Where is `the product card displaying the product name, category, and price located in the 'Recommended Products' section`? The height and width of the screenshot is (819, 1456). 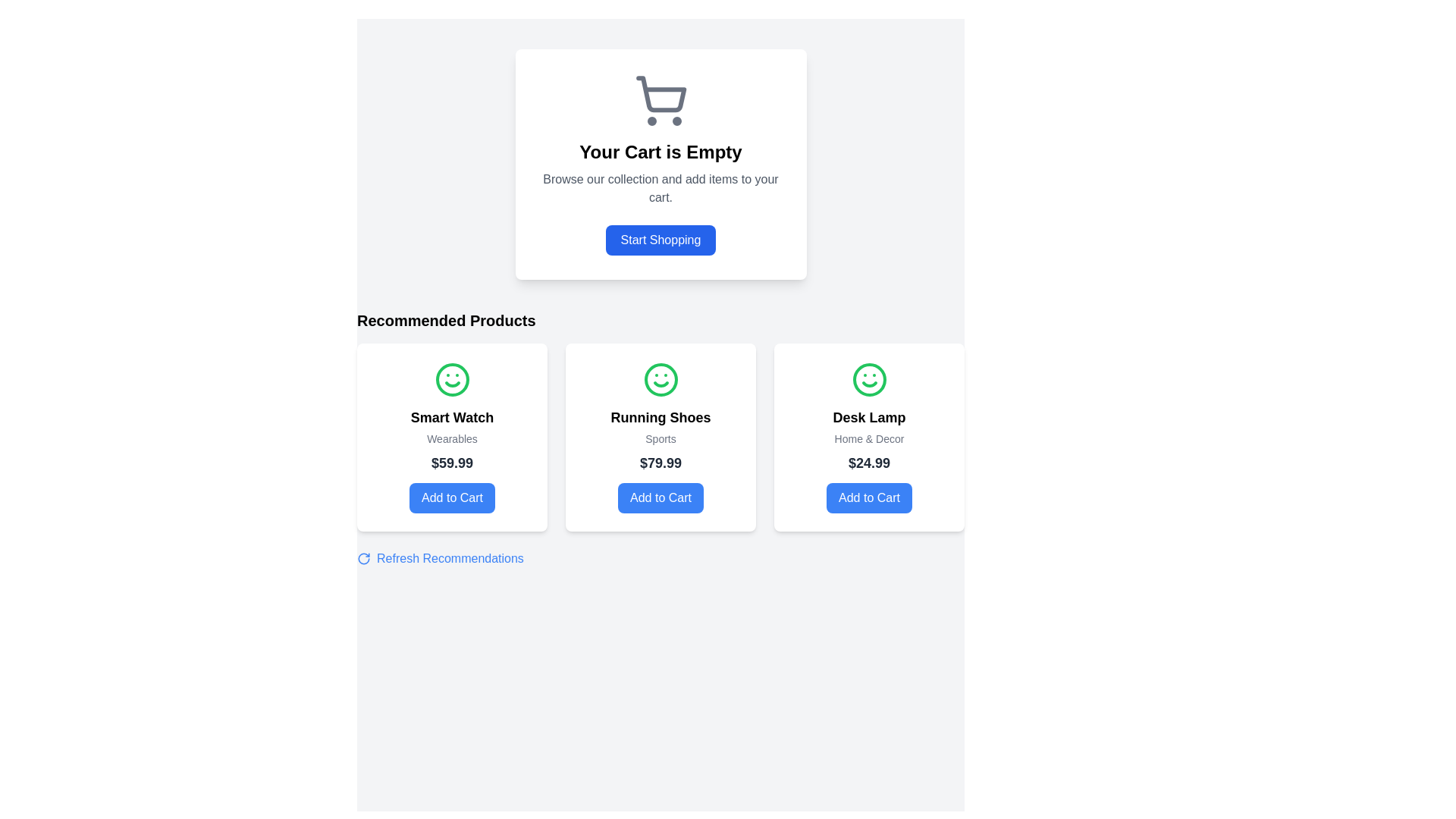
the product card displaying the product name, category, and price located in the 'Recommended Products' section is located at coordinates (661, 438).